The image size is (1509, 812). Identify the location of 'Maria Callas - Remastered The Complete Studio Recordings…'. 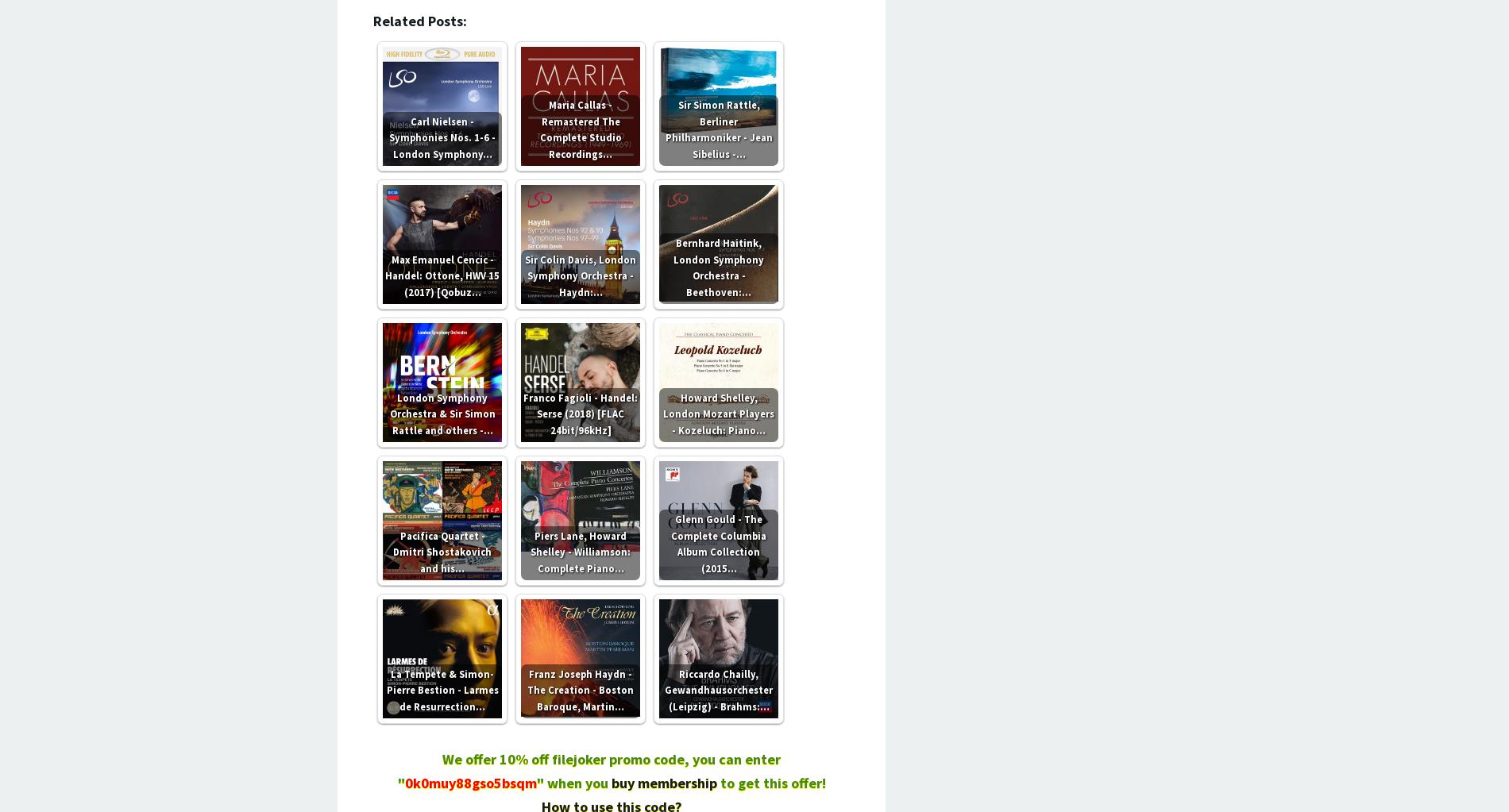
(579, 129).